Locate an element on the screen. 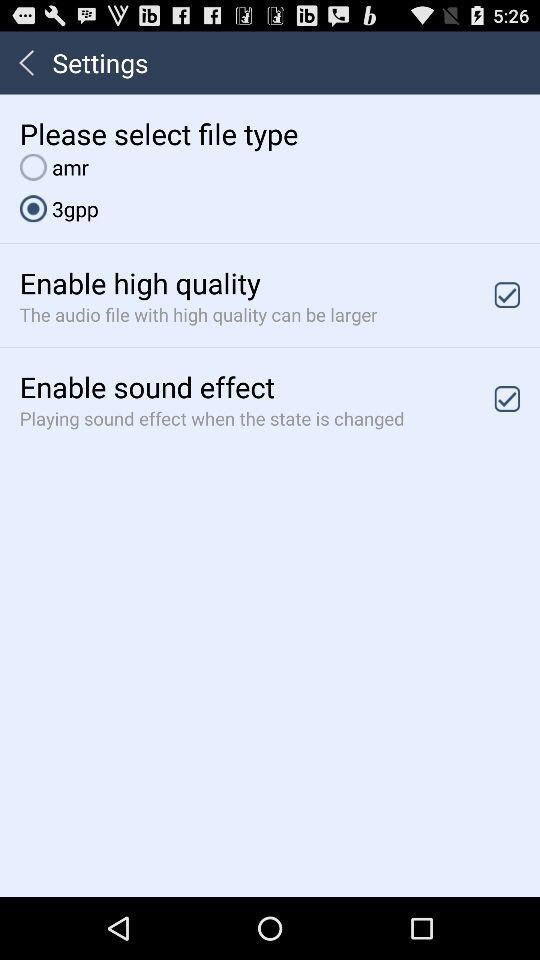 The width and height of the screenshot is (540, 960). app to the right of the the audio file is located at coordinates (507, 294).